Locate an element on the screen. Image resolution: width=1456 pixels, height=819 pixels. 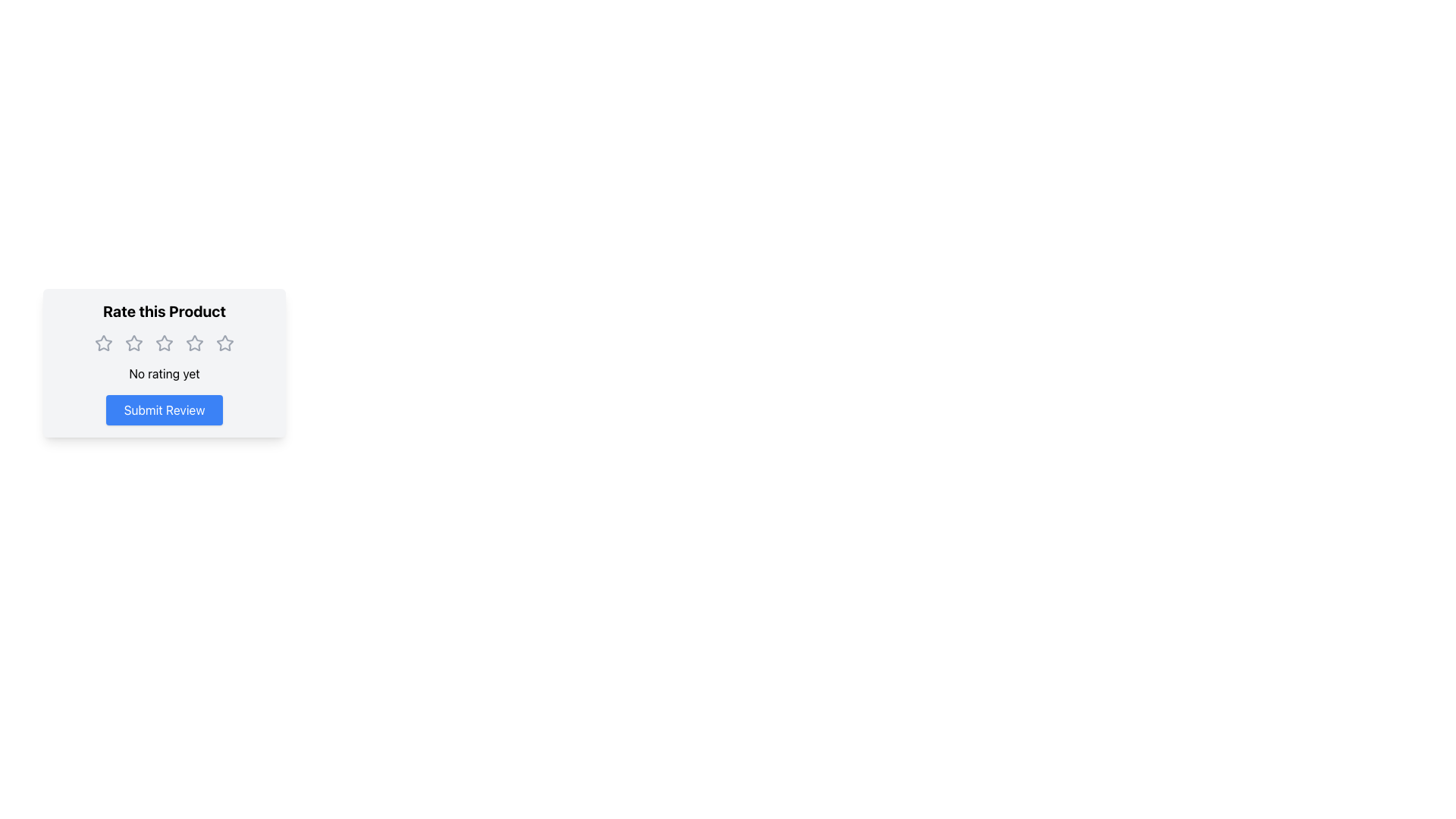
the 'Submit Review' button, which has a blue background and white text, located at the bottom of the modal-like card is located at coordinates (164, 409).